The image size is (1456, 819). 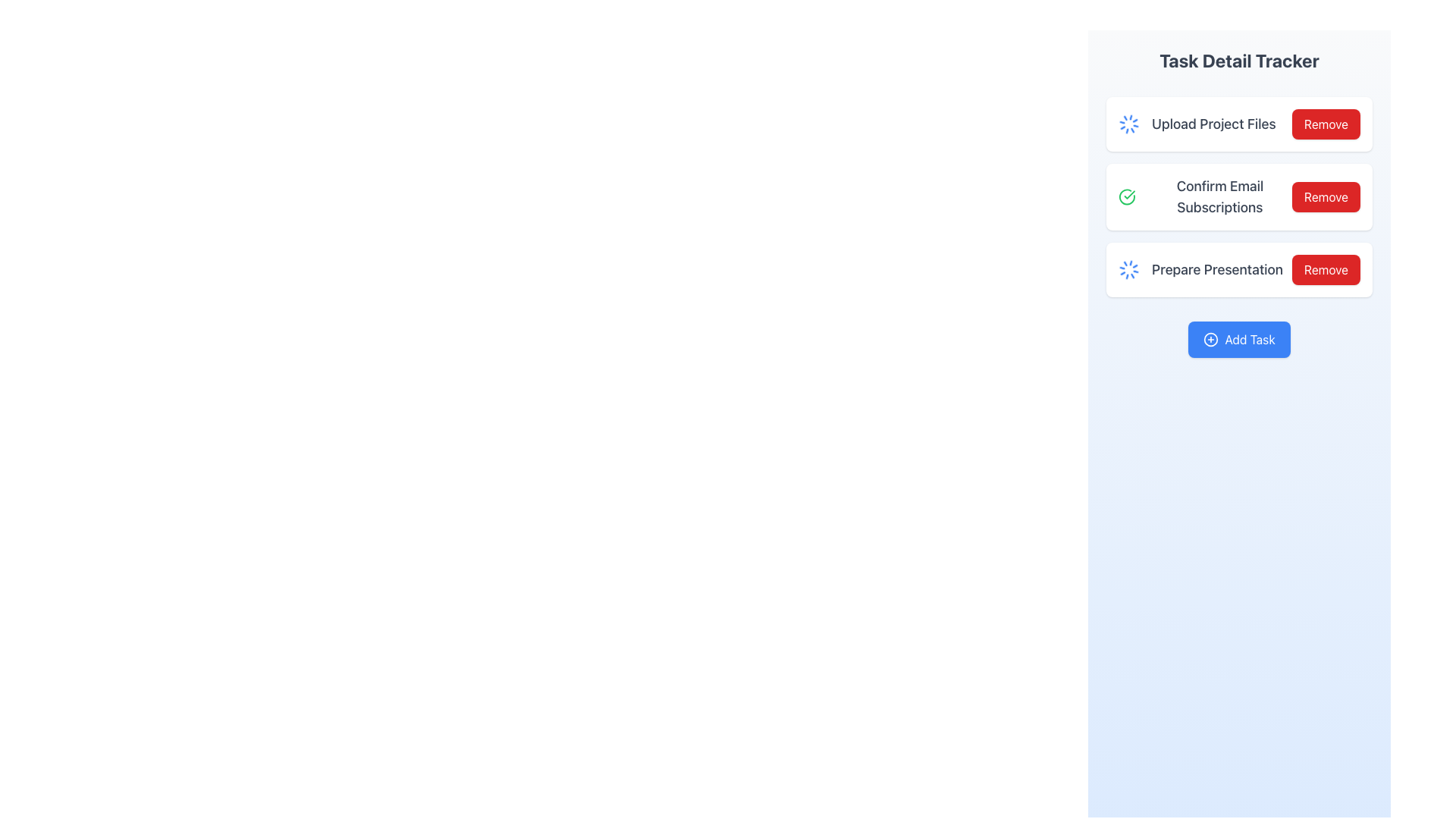 I want to click on the icon that indicates a successfully confirmed email subscription, located in the second row of the 'Task Detail Tracker' section, which includes the text 'Confirm Email Subscriptions' and a remove button, so click(x=1127, y=196).